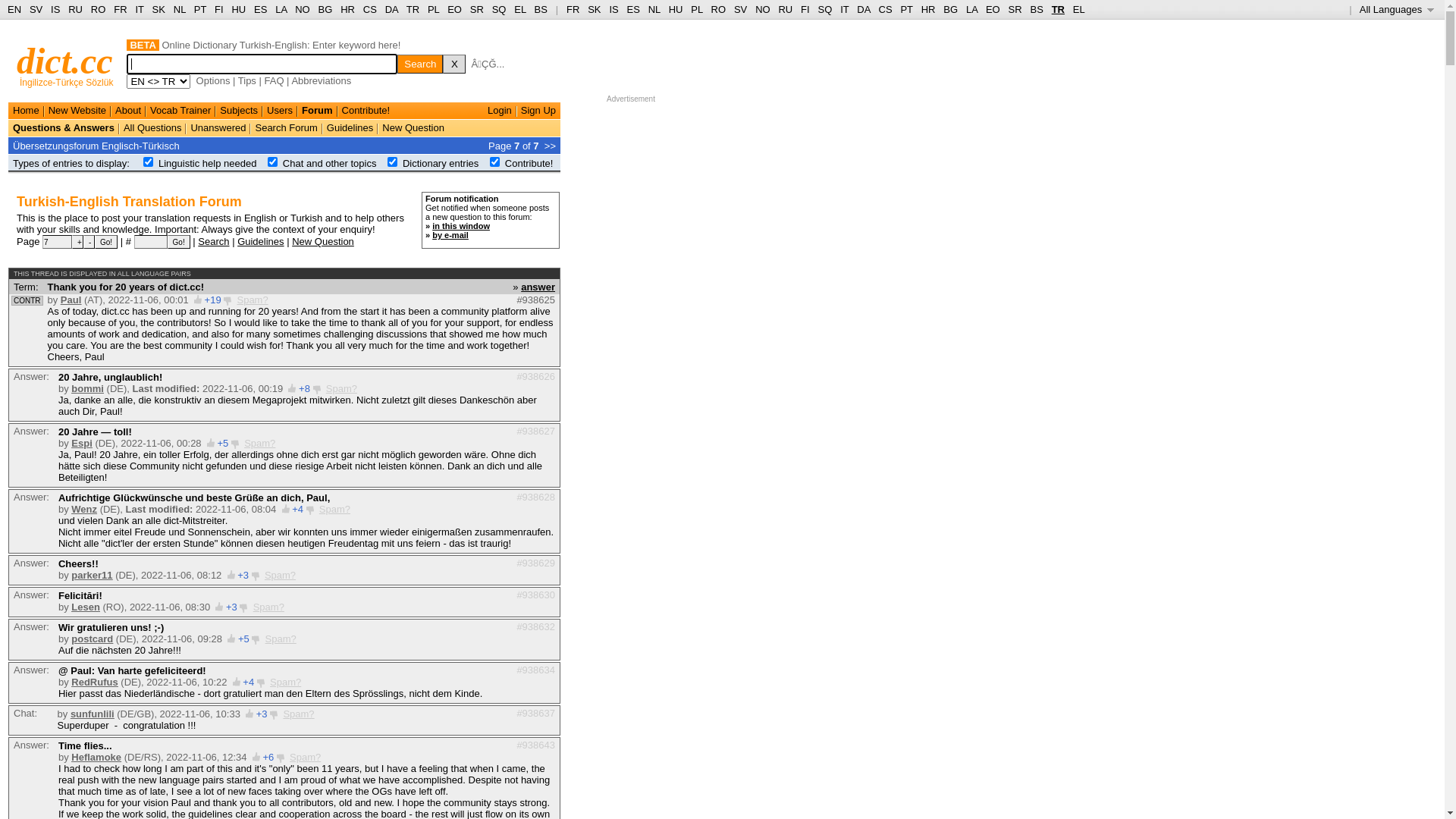  What do you see at coordinates (529, 163) in the screenshot?
I see `'Contribute!'` at bounding box center [529, 163].